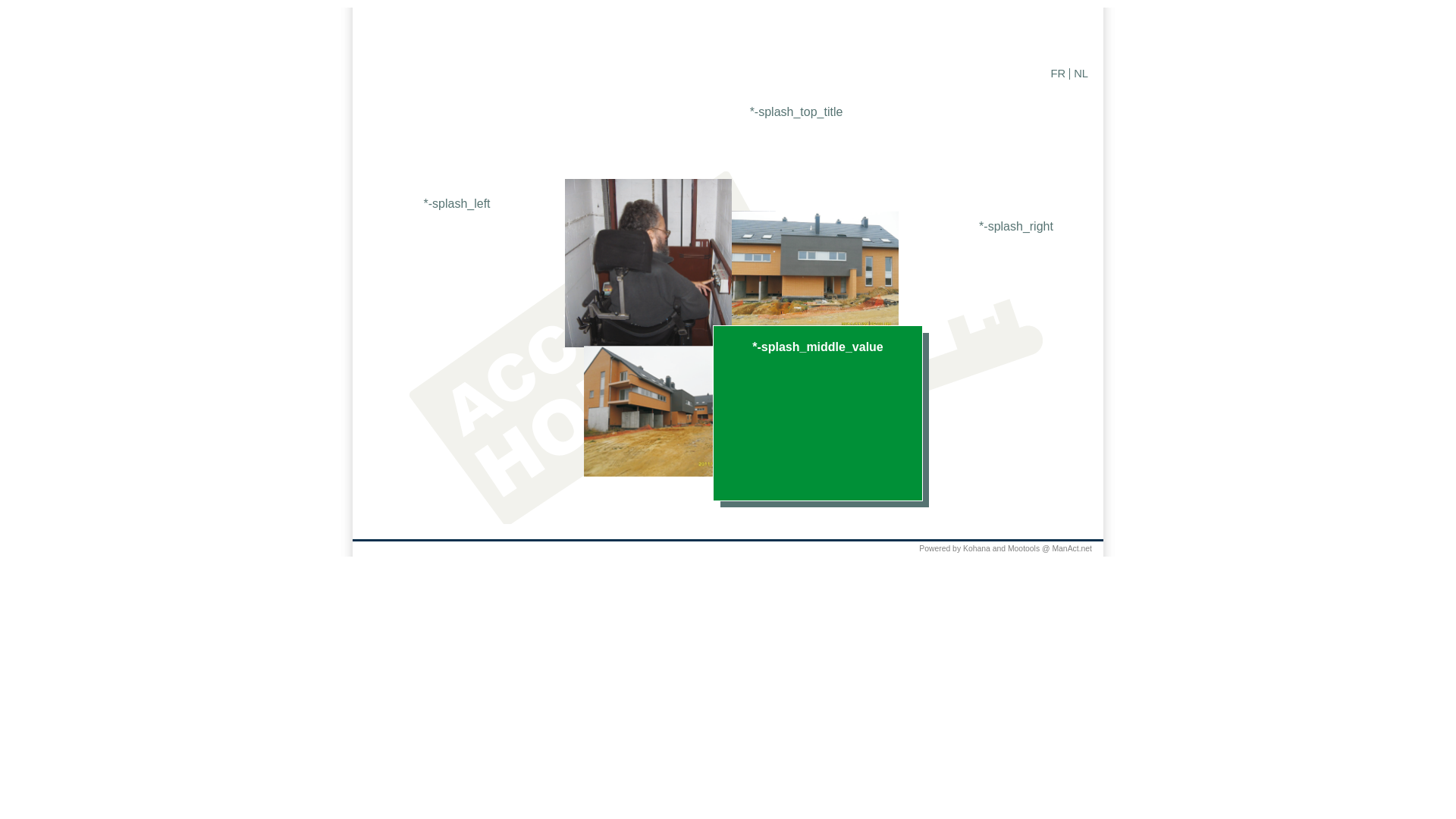 Image resolution: width=1456 pixels, height=819 pixels. I want to click on 'ManAct.net', so click(1051, 548).